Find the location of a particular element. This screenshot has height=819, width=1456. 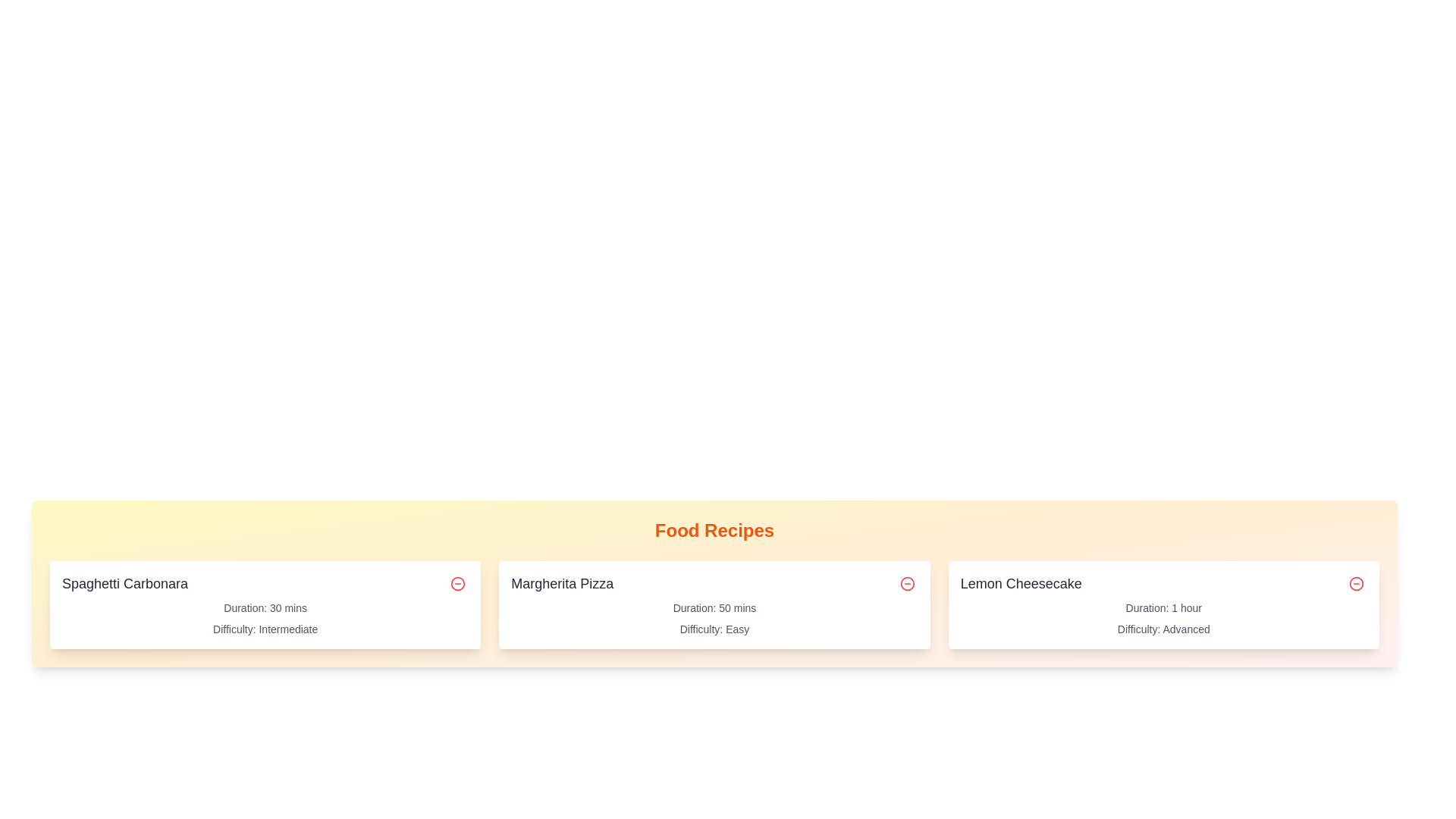

the interactive button located in the top-right corner of the card containing the text 'Lemon Cheesecake' is located at coordinates (1357, 583).